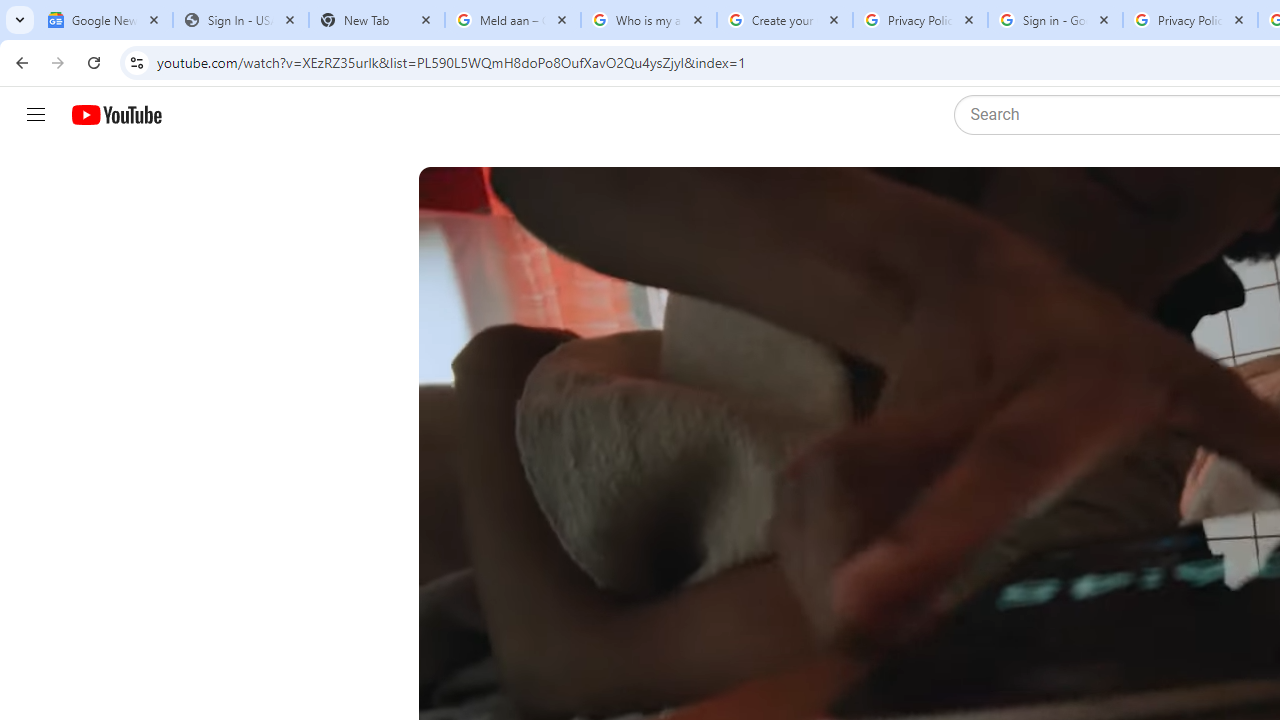 This screenshot has height=720, width=1280. I want to click on 'Who is my administrator? - Google Account Help', so click(648, 20).